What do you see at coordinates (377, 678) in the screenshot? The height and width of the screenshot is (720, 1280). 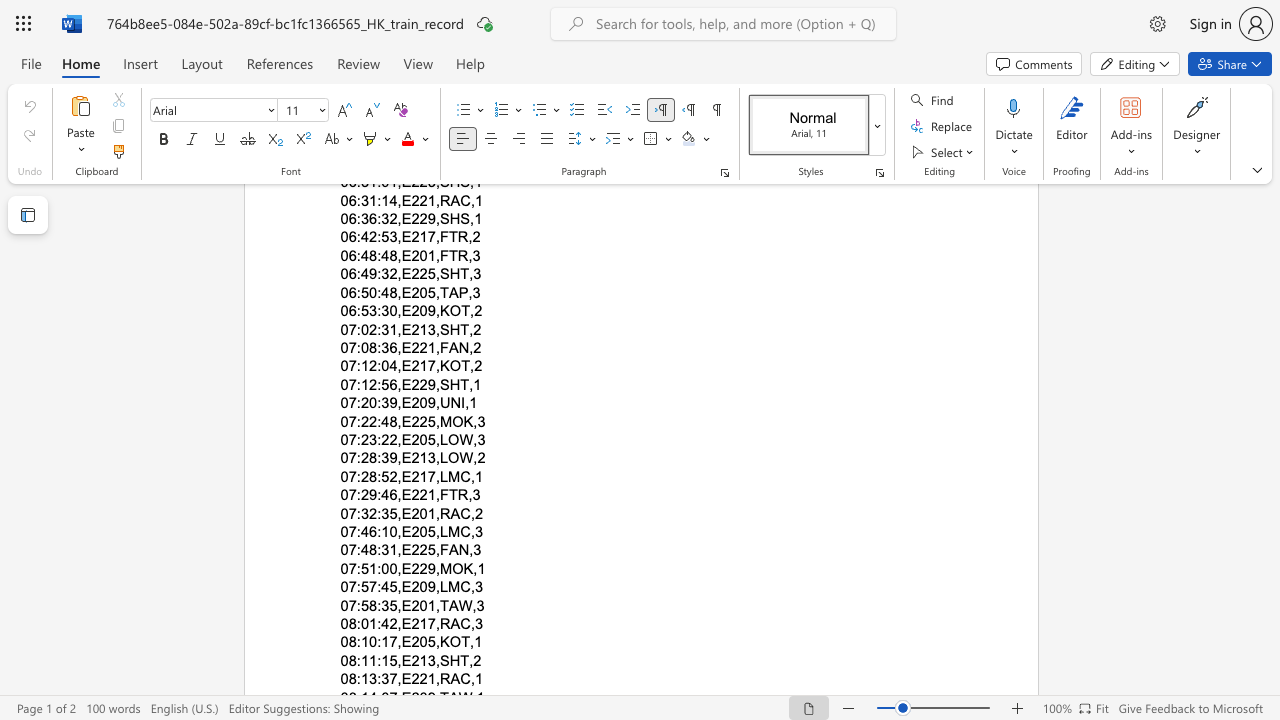 I see `the subset text ":37,E221,RAC," within the text "08:13:37,E221,RAC,1"` at bounding box center [377, 678].